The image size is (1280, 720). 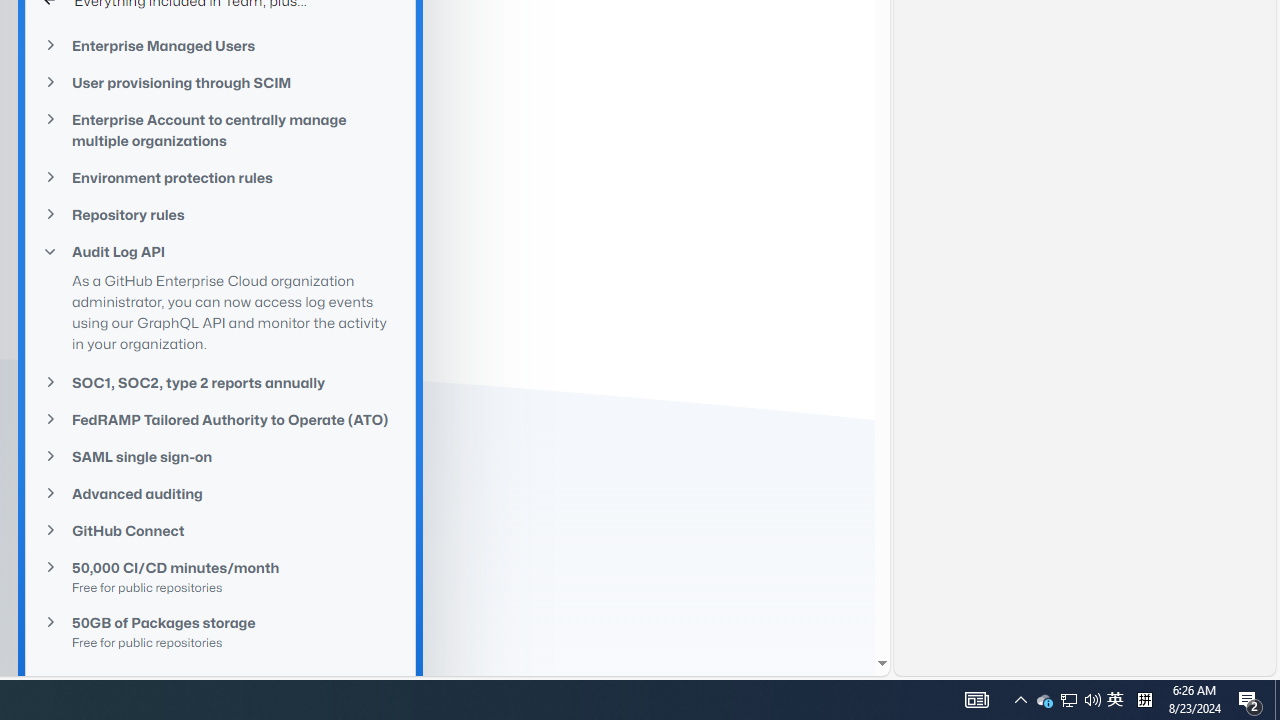 What do you see at coordinates (220, 81) in the screenshot?
I see `'User provisioning through SCIM'` at bounding box center [220, 81].